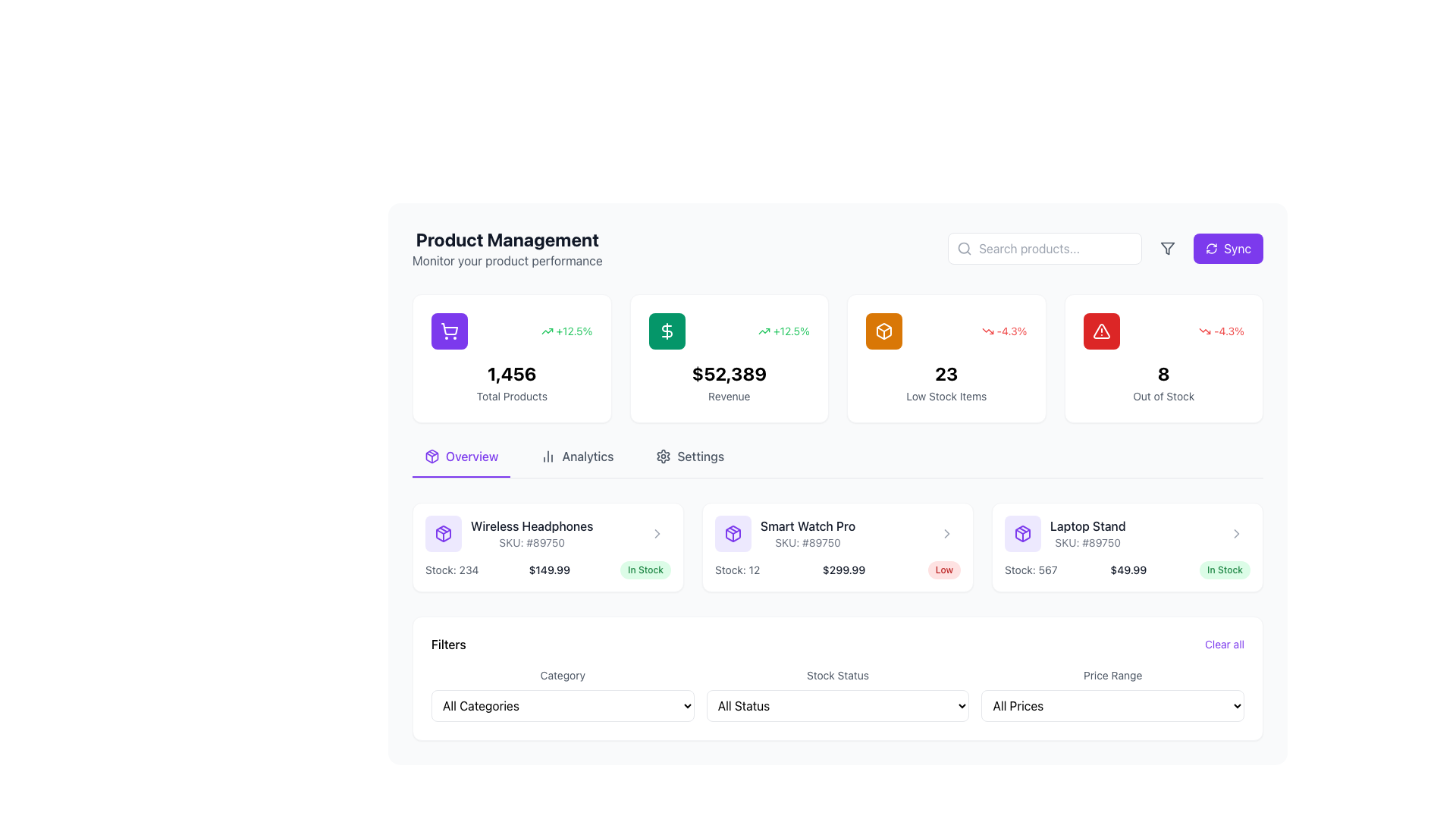  What do you see at coordinates (507, 239) in the screenshot?
I see `information from the text heading element labeled 'Product Management', which is a bold and prominent title at the top of the application interface` at bounding box center [507, 239].